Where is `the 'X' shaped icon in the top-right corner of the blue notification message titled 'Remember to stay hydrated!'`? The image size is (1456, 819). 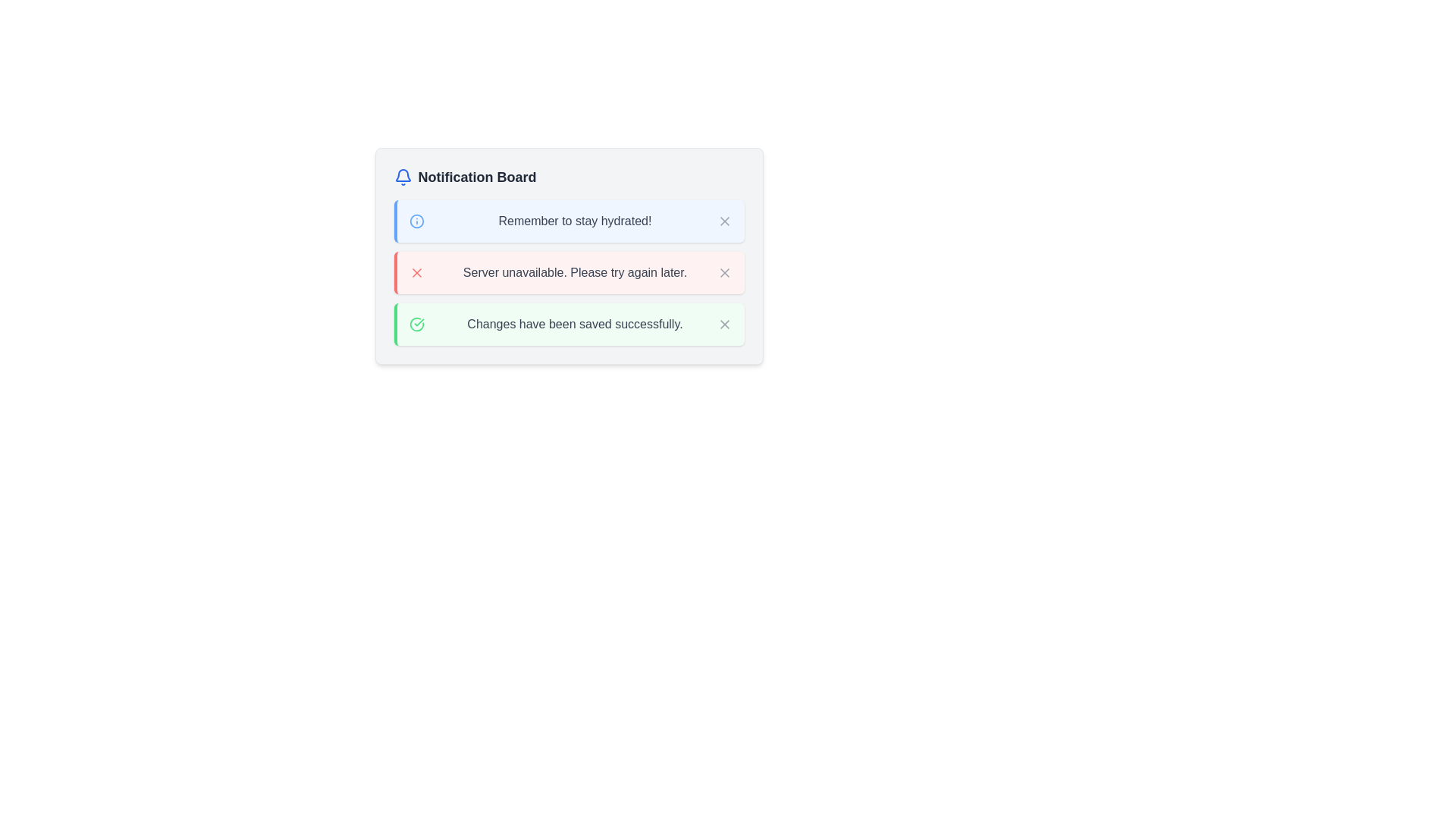
the 'X' shaped icon in the top-right corner of the blue notification message titled 'Remember to stay hydrated!' is located at coordinates (723, 221).